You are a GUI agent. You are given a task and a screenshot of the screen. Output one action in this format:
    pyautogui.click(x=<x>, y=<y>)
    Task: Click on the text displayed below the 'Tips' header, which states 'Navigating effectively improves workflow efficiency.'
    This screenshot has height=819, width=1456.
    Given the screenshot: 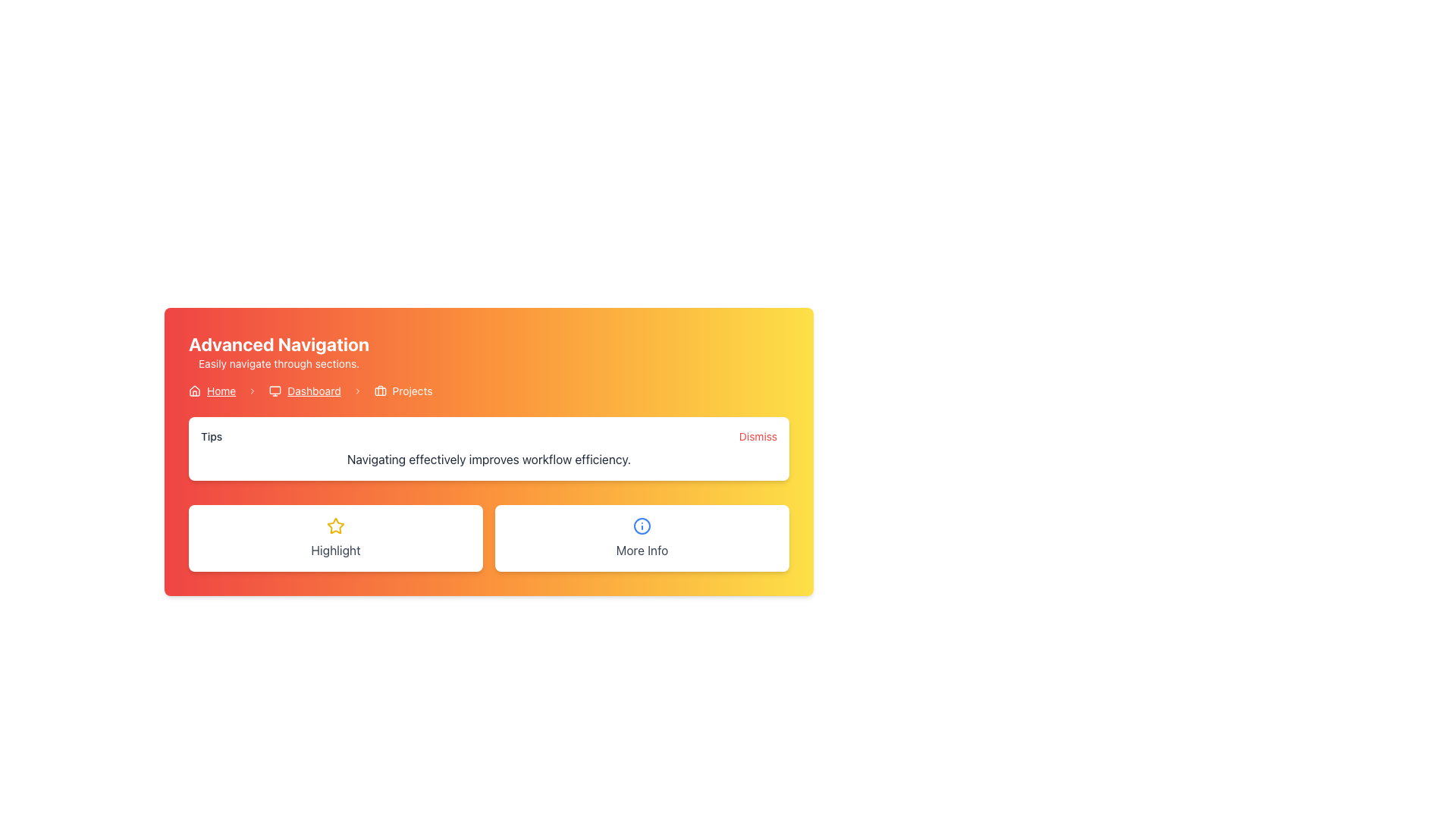 What is the action you would take?
    pyautogui.click(x=488, y=458)
    